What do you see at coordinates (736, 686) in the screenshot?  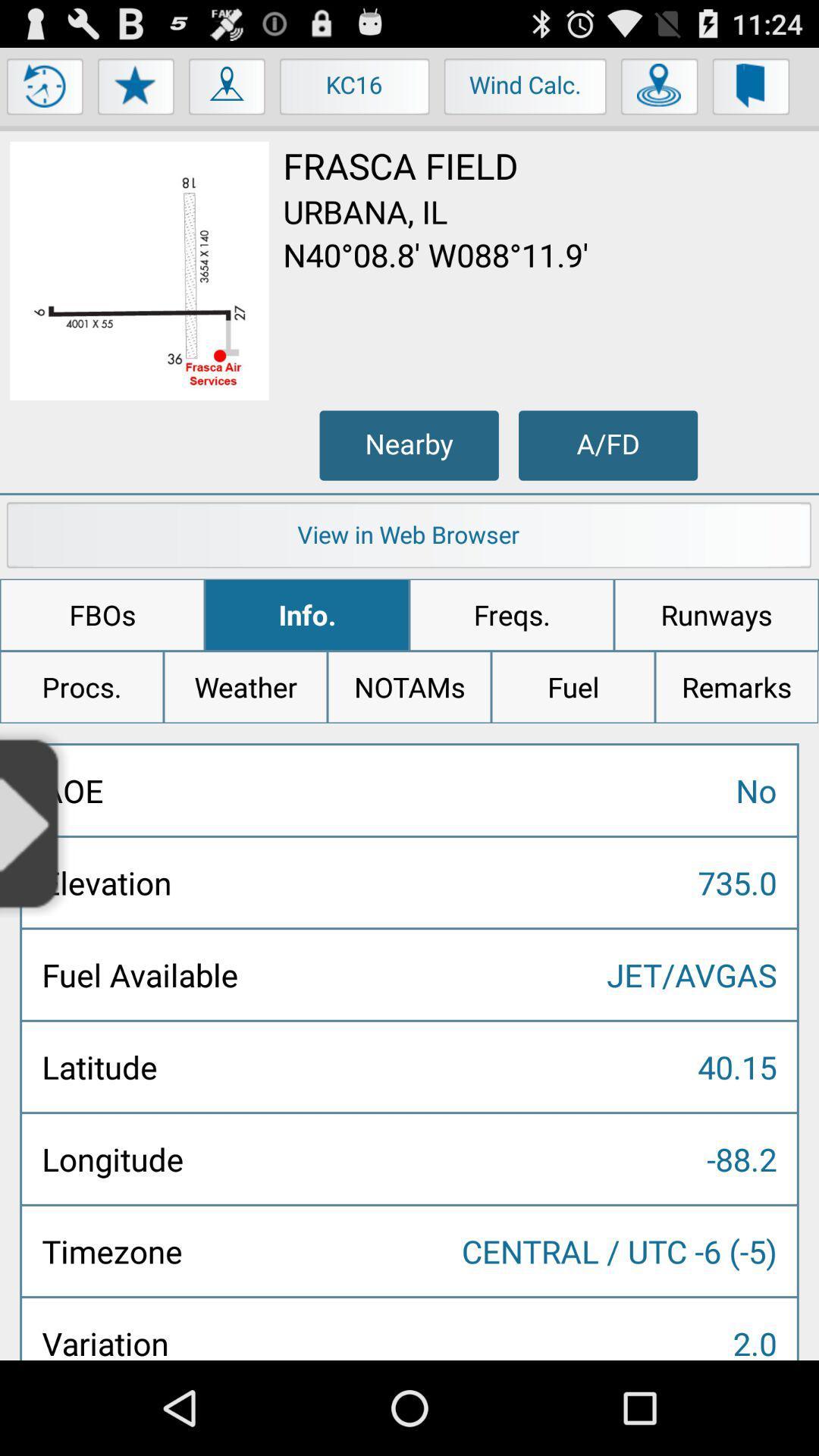 I see `the icon above no` at bounding box center [736, 686].